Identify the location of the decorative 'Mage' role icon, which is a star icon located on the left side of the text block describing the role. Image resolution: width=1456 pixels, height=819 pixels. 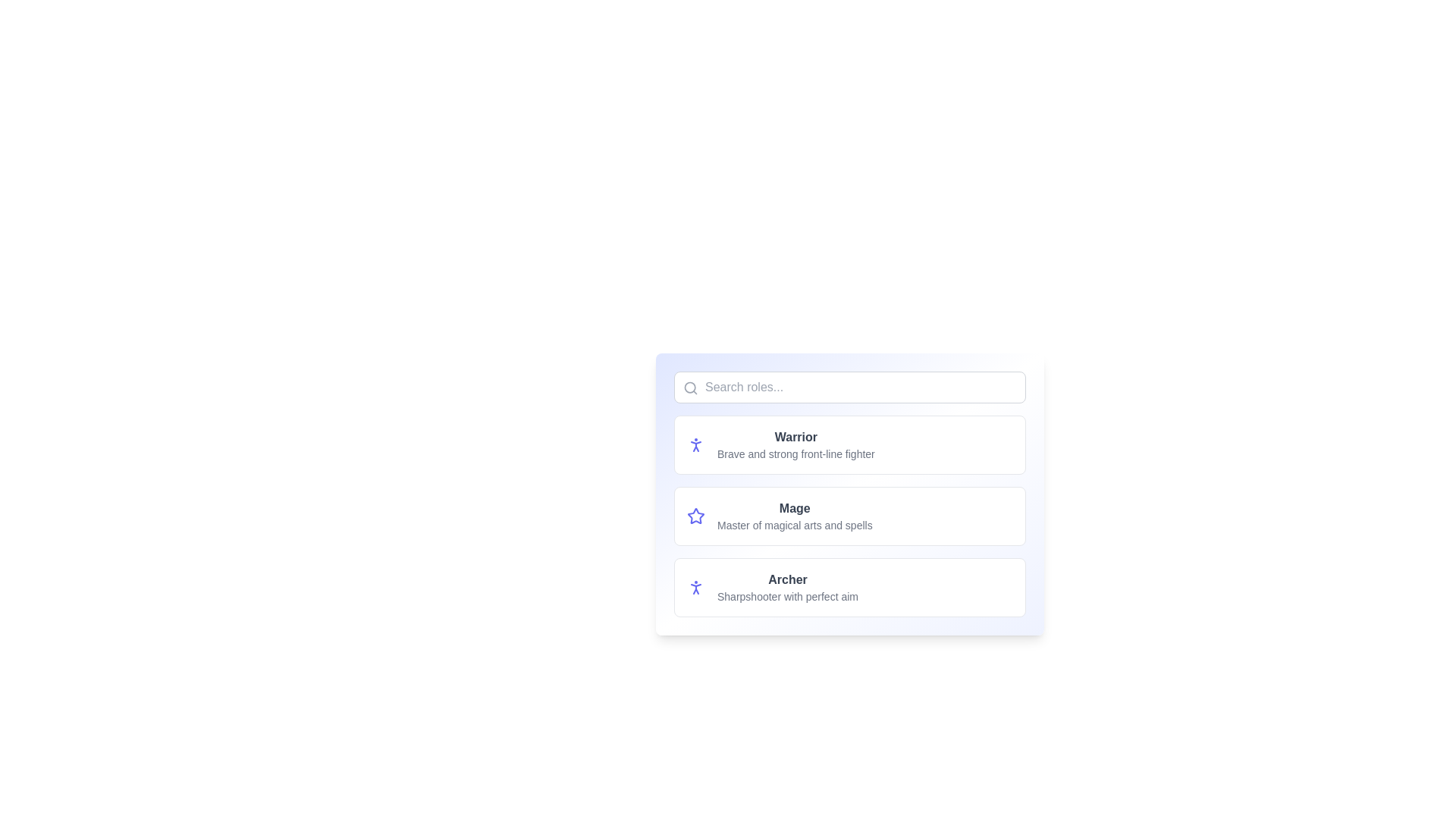
(695, 516).